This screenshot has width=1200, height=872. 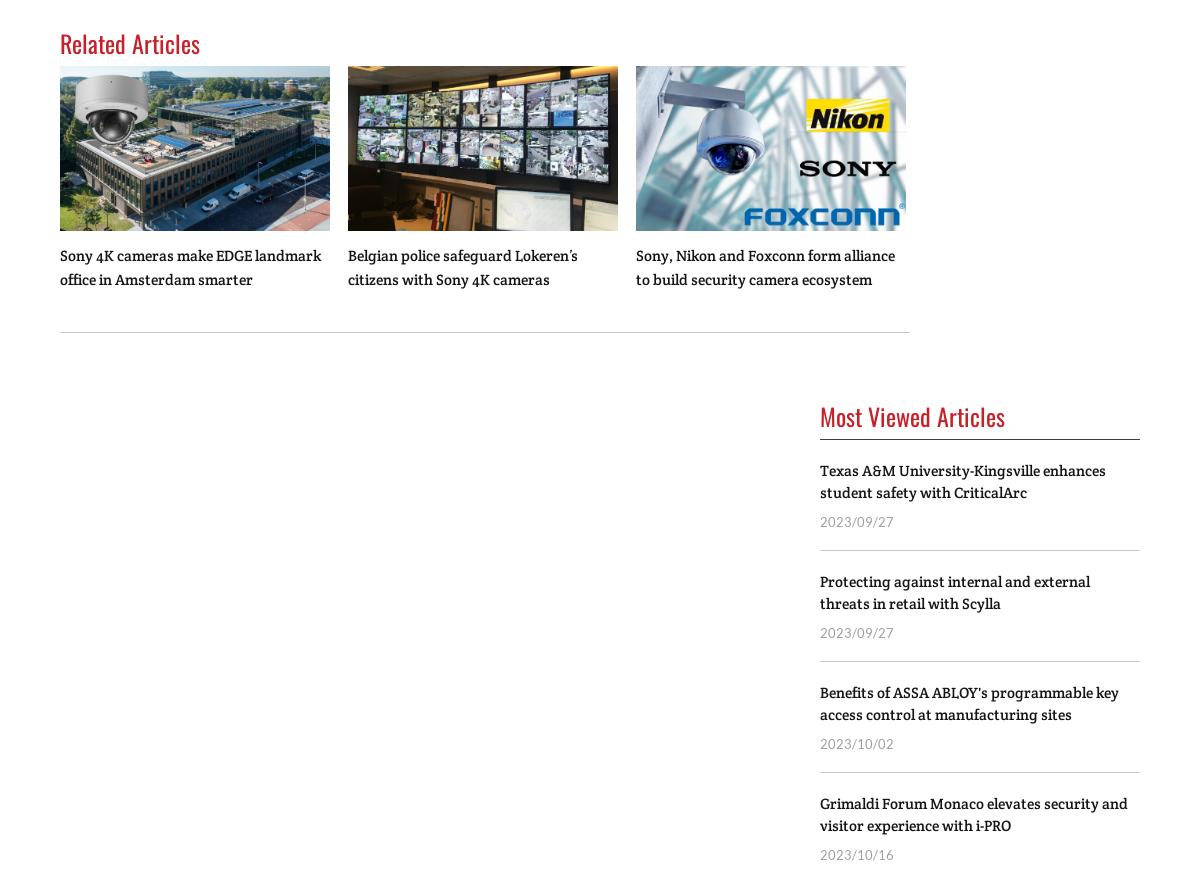 What do you see at coordinates (856, 854) in the screenshot?
I see `'2023/10/16'` at bounding box center [856, 854].